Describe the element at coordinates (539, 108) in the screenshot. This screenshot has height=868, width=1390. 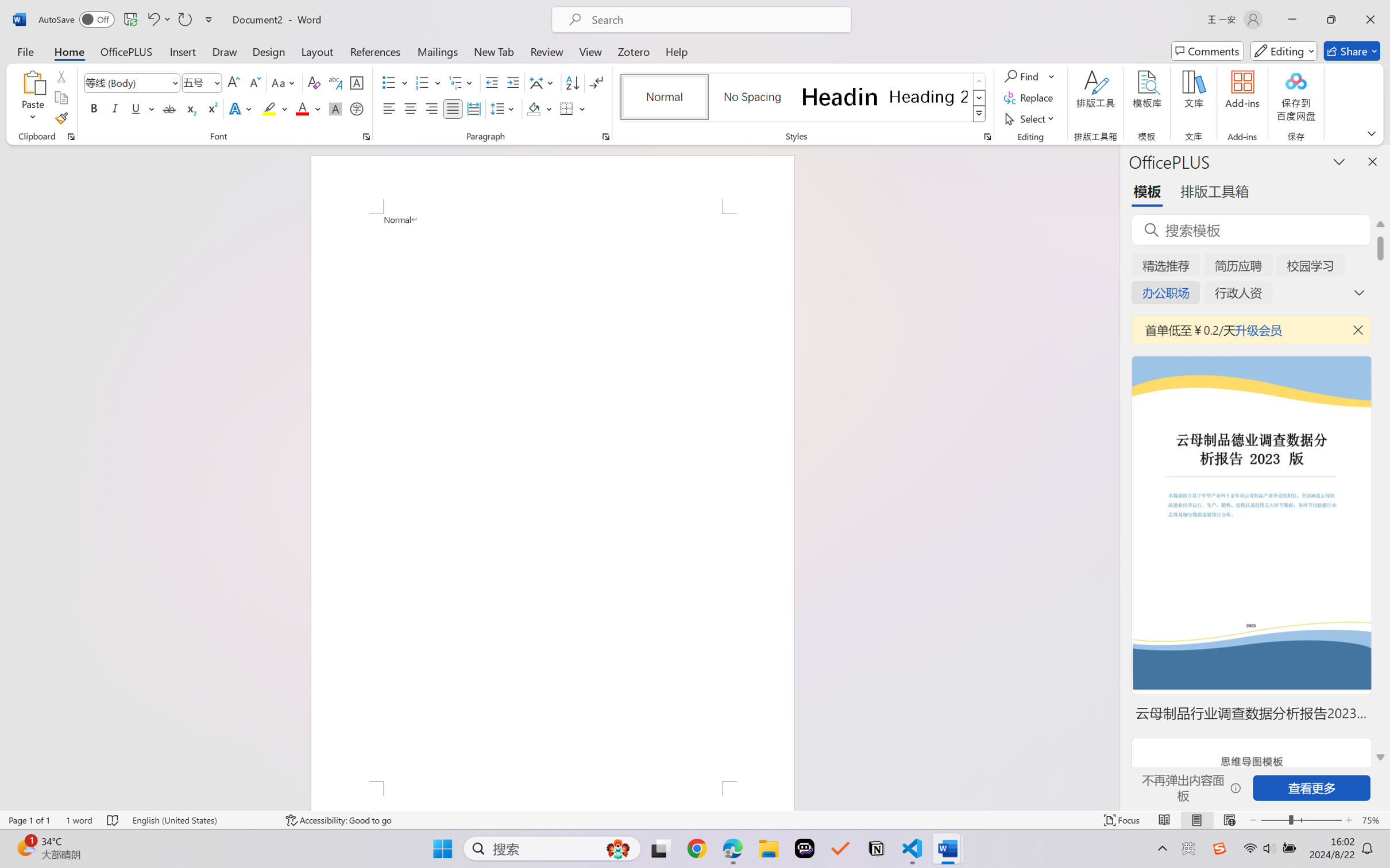
I see `'Shading'` at that location.